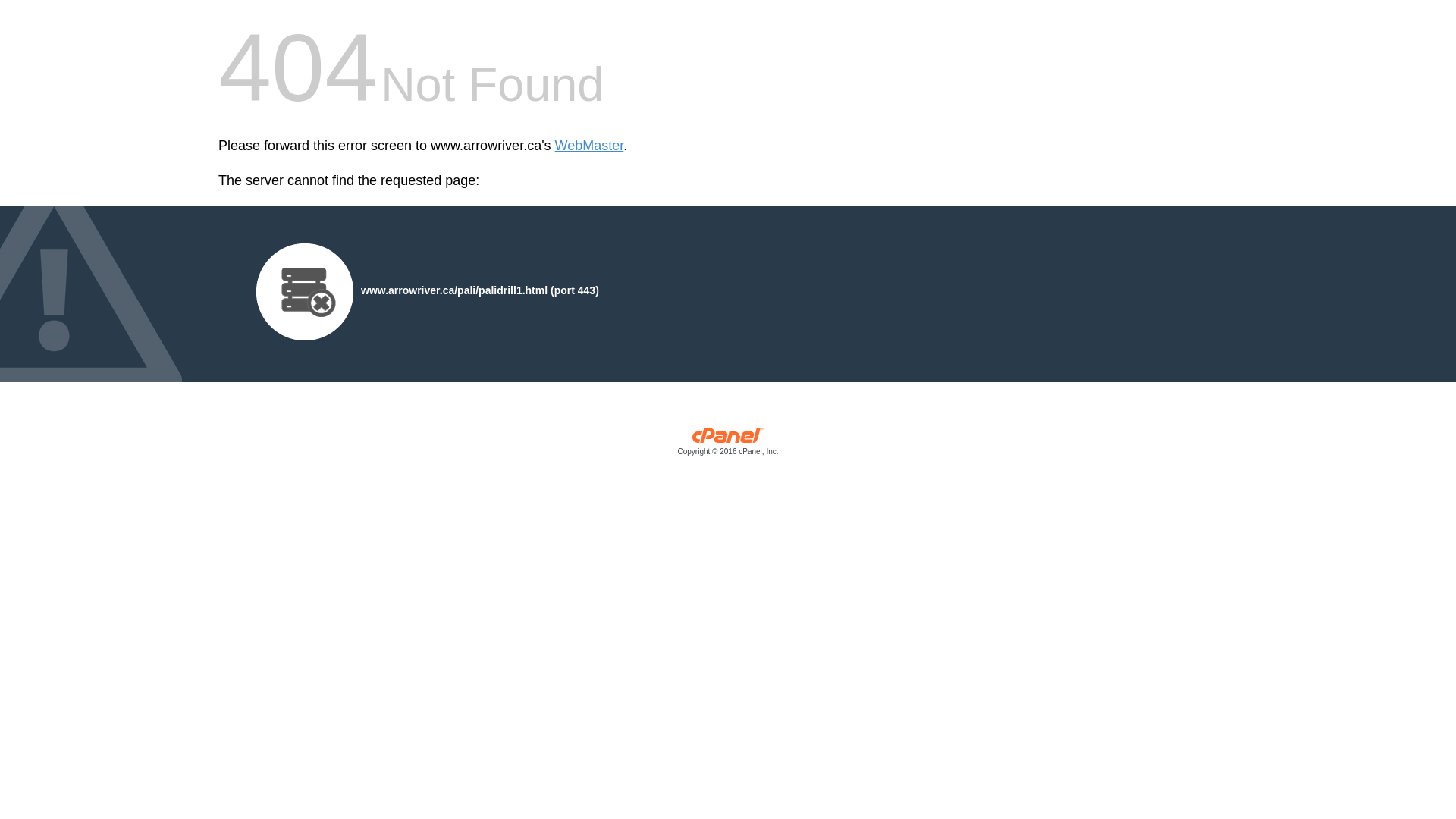 This screenshot has width=1456, height=819. What do you see at coordinates (554, 146) in the screenshot?
I see `'WebMaster'` at bounding box center [554, 146].